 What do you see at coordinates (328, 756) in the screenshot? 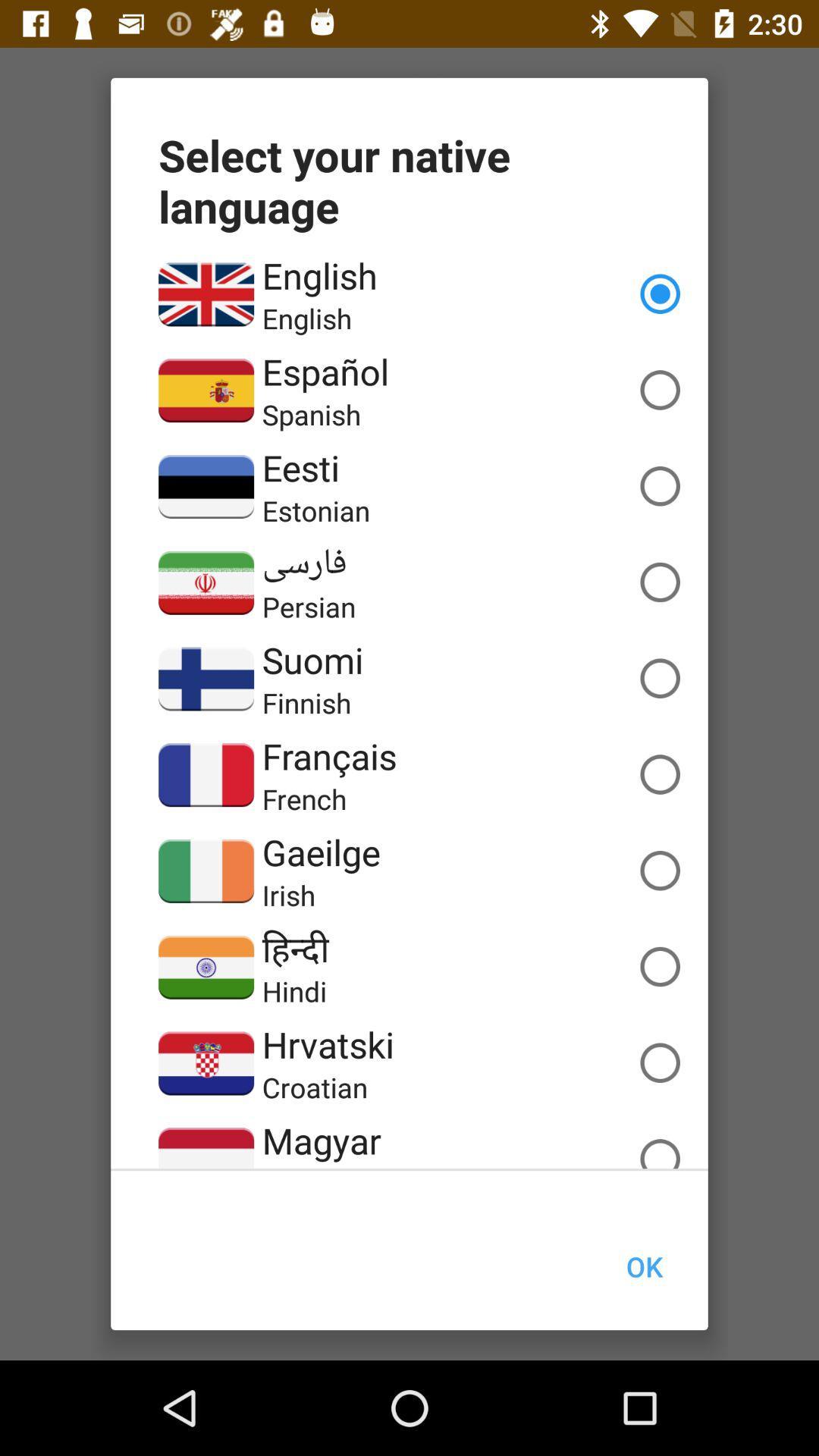
I see `the icon above the french item` at bounding box center [328, 756].